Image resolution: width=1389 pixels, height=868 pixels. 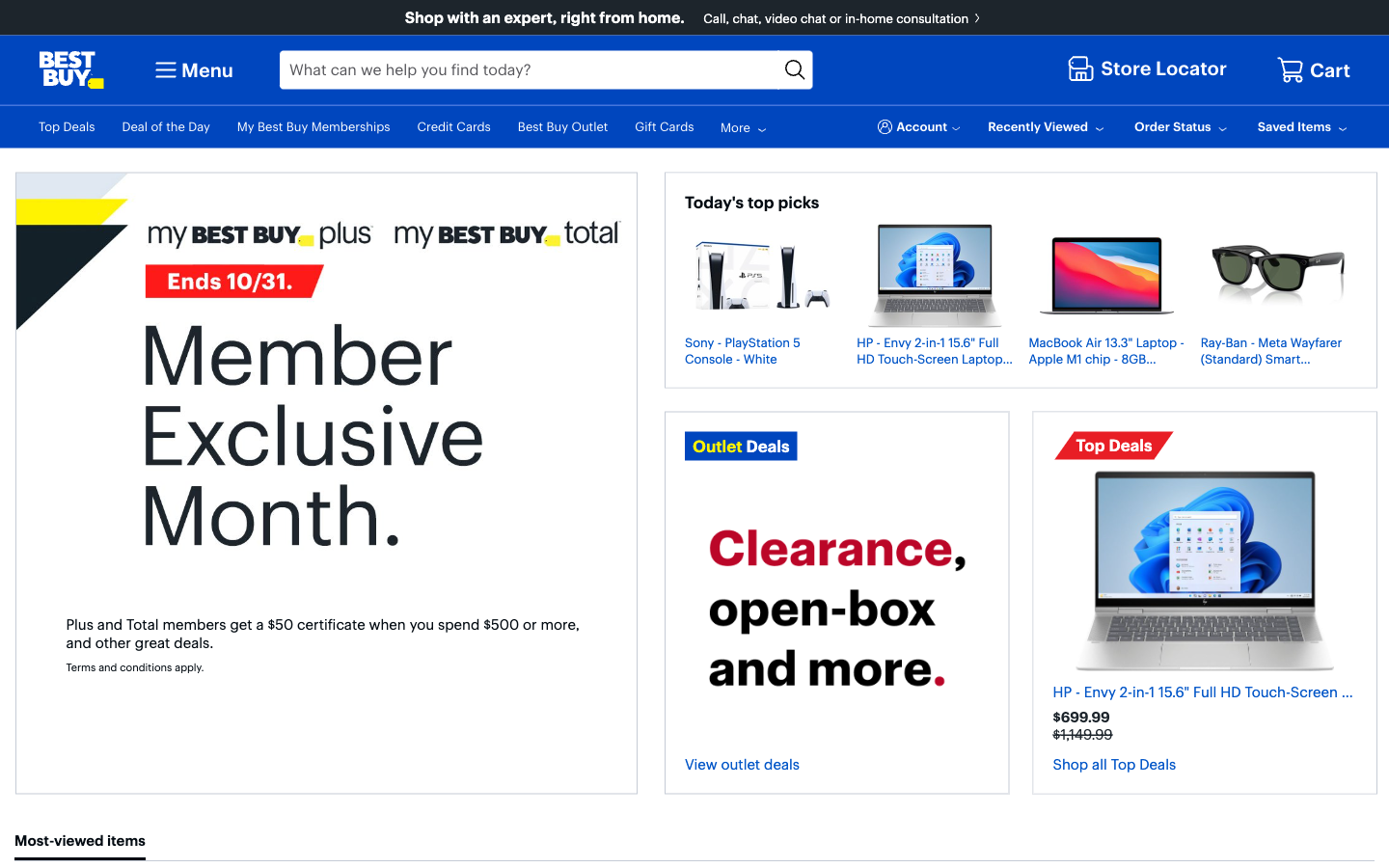 I want to click on Inspect the current status of the latest order, so click(x=1182, y=126).